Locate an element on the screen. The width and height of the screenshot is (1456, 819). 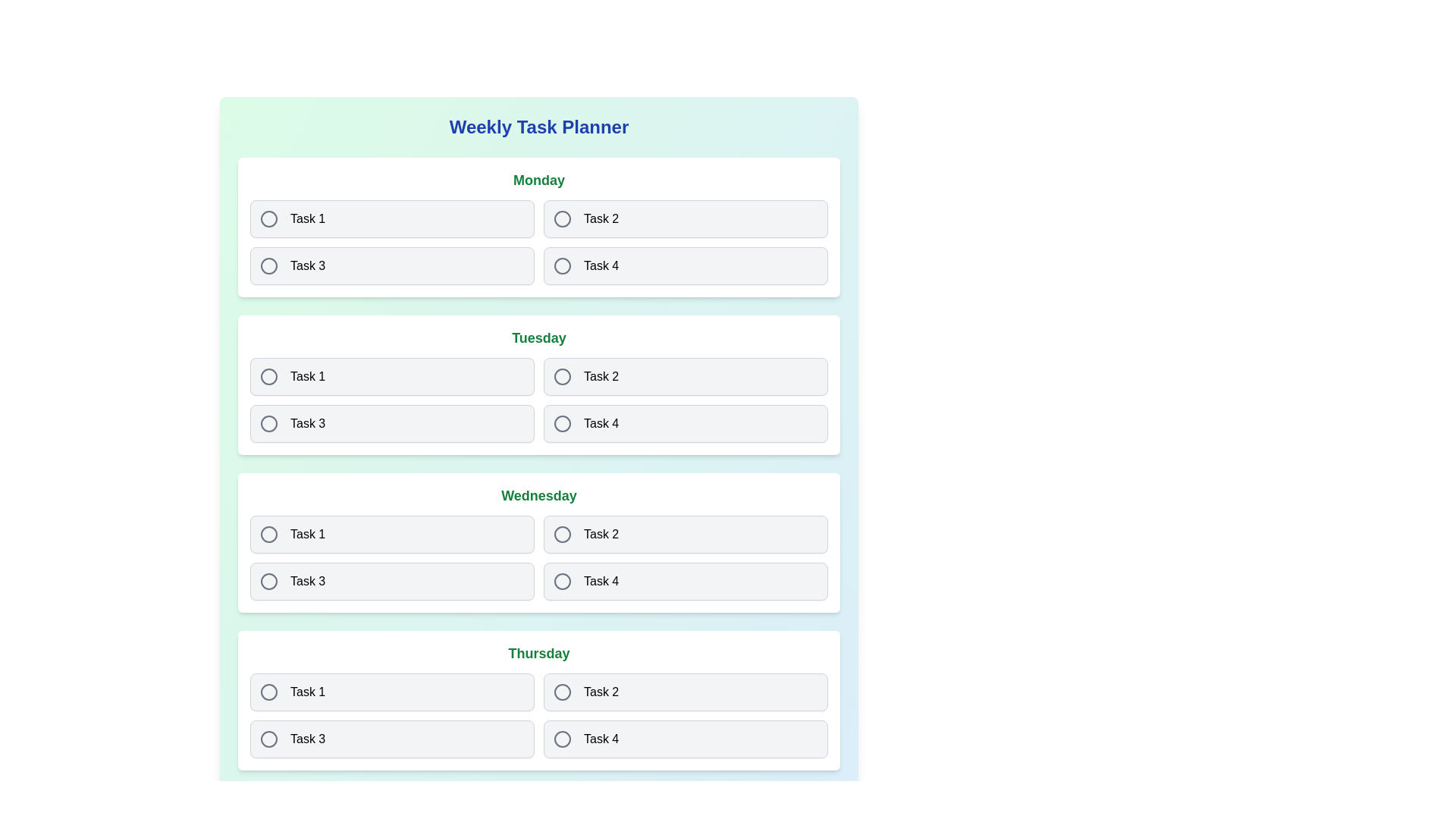
the task item labeled Monday Task 3 to toggle its completion state is located at coordinates (392, 265).